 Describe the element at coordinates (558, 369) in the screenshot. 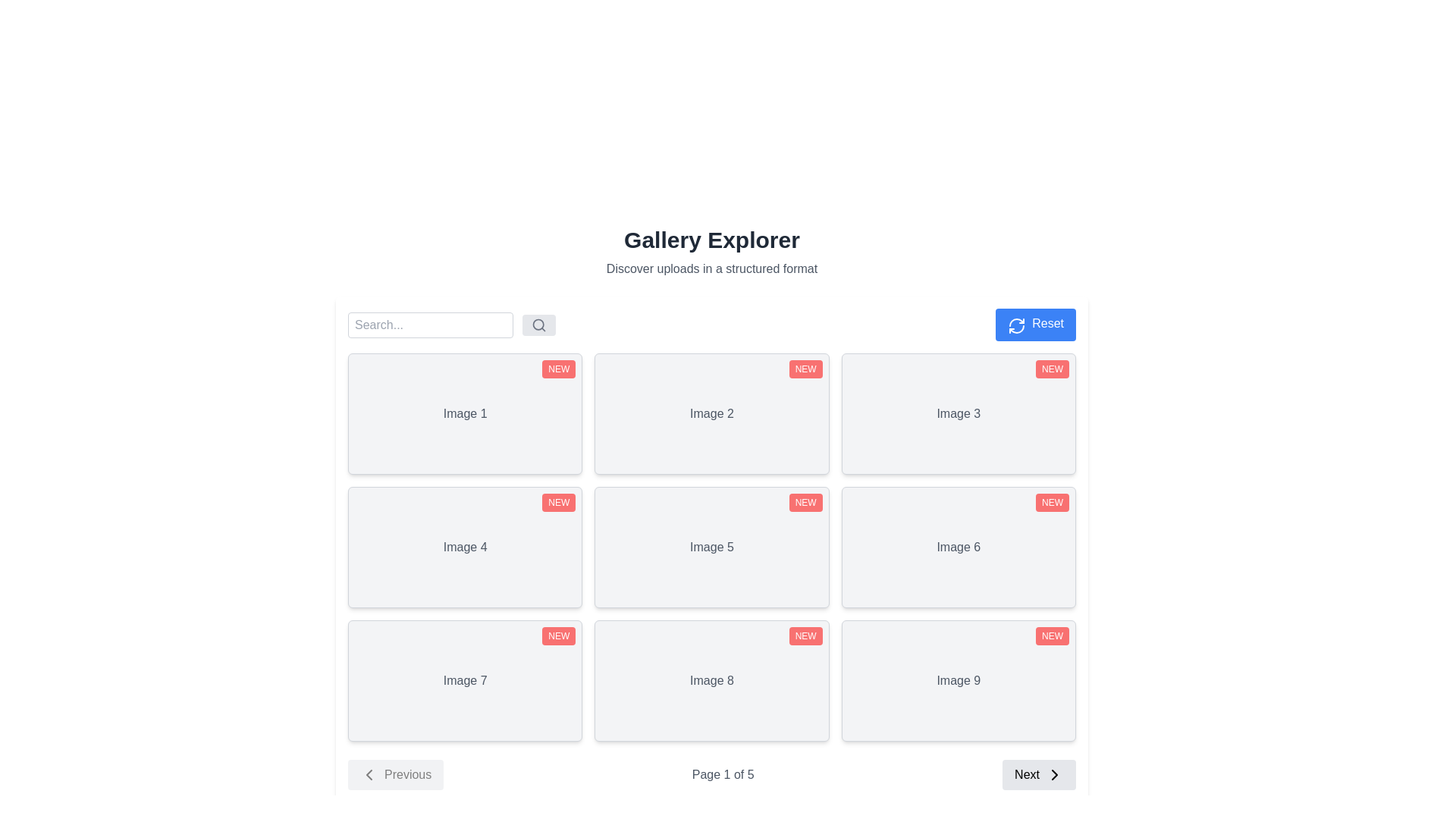

I see `the 'NEW' badge with a red background and white text located in the top-right corner of the 'Image 1' card` at that location.